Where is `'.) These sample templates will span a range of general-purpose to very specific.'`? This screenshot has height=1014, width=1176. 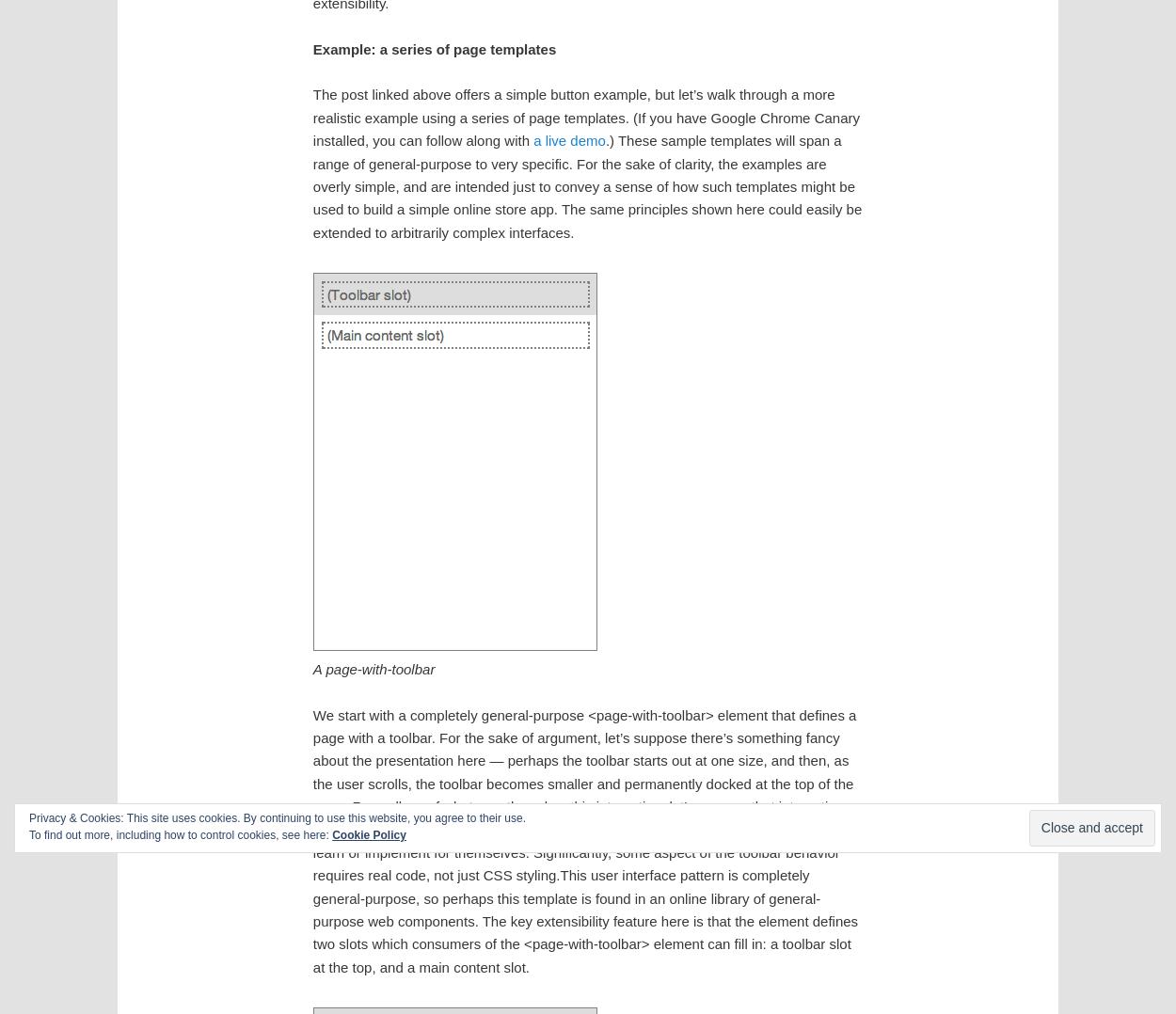
'.) These sample templates will span a range of general-purpose to very specific.' is located at coordinates (576, 151).